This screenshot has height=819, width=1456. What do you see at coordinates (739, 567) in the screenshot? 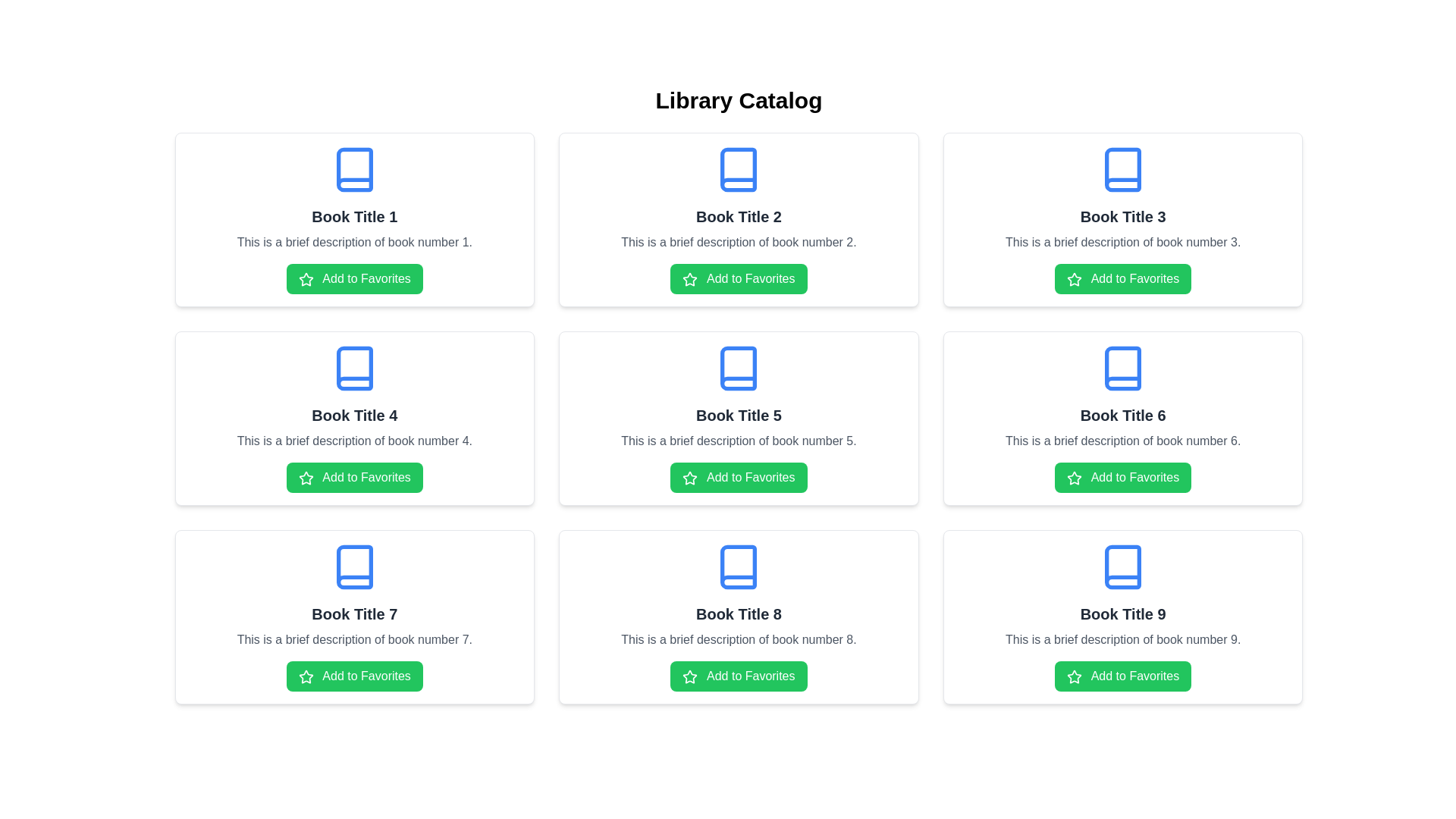
I see `the book icon with a blue outline and white background, located above the heading 'Book Title 8'` at bounding box center [739, 567].